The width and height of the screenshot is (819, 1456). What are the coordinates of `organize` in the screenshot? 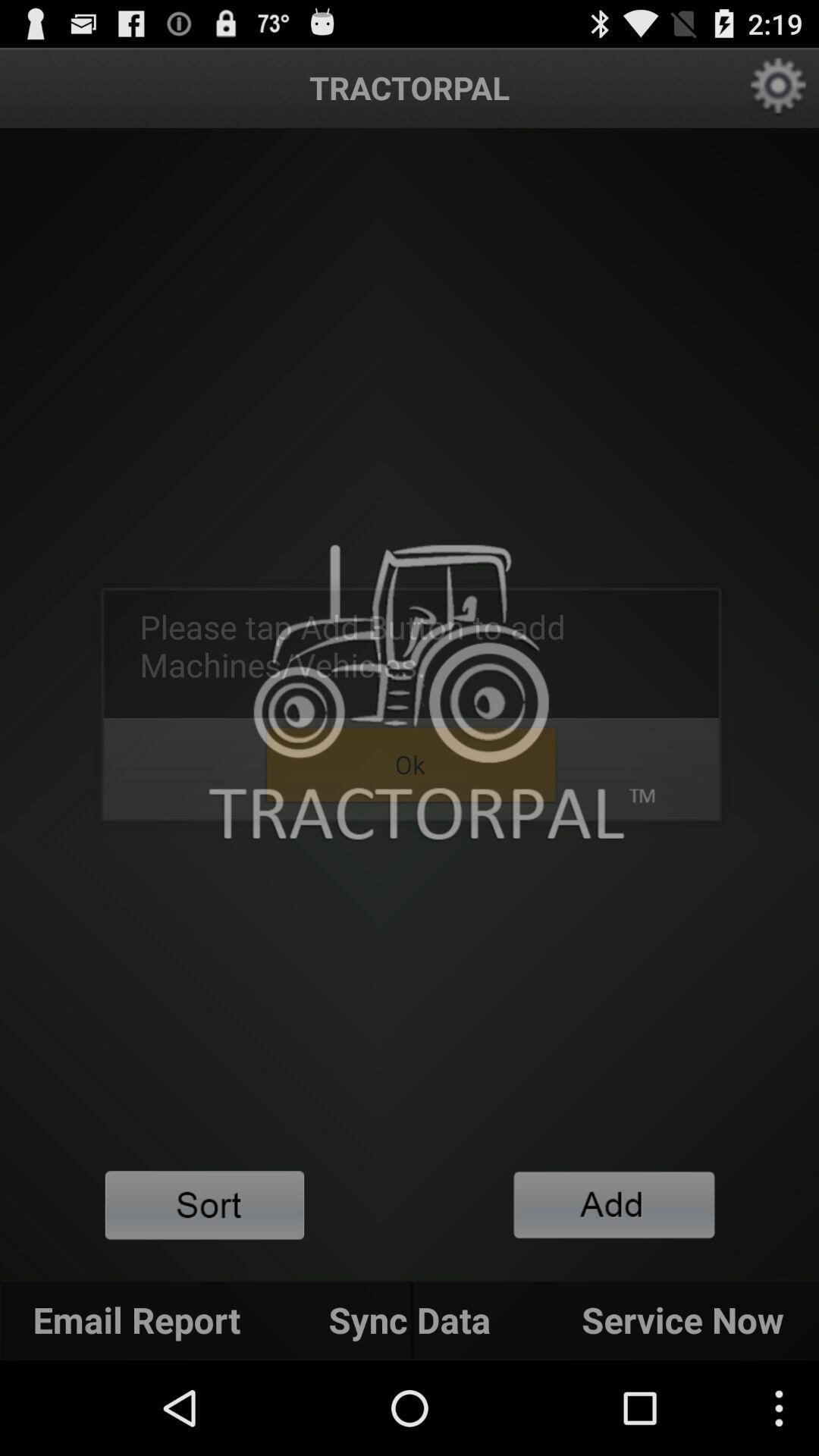 It's located at (205, 1204).